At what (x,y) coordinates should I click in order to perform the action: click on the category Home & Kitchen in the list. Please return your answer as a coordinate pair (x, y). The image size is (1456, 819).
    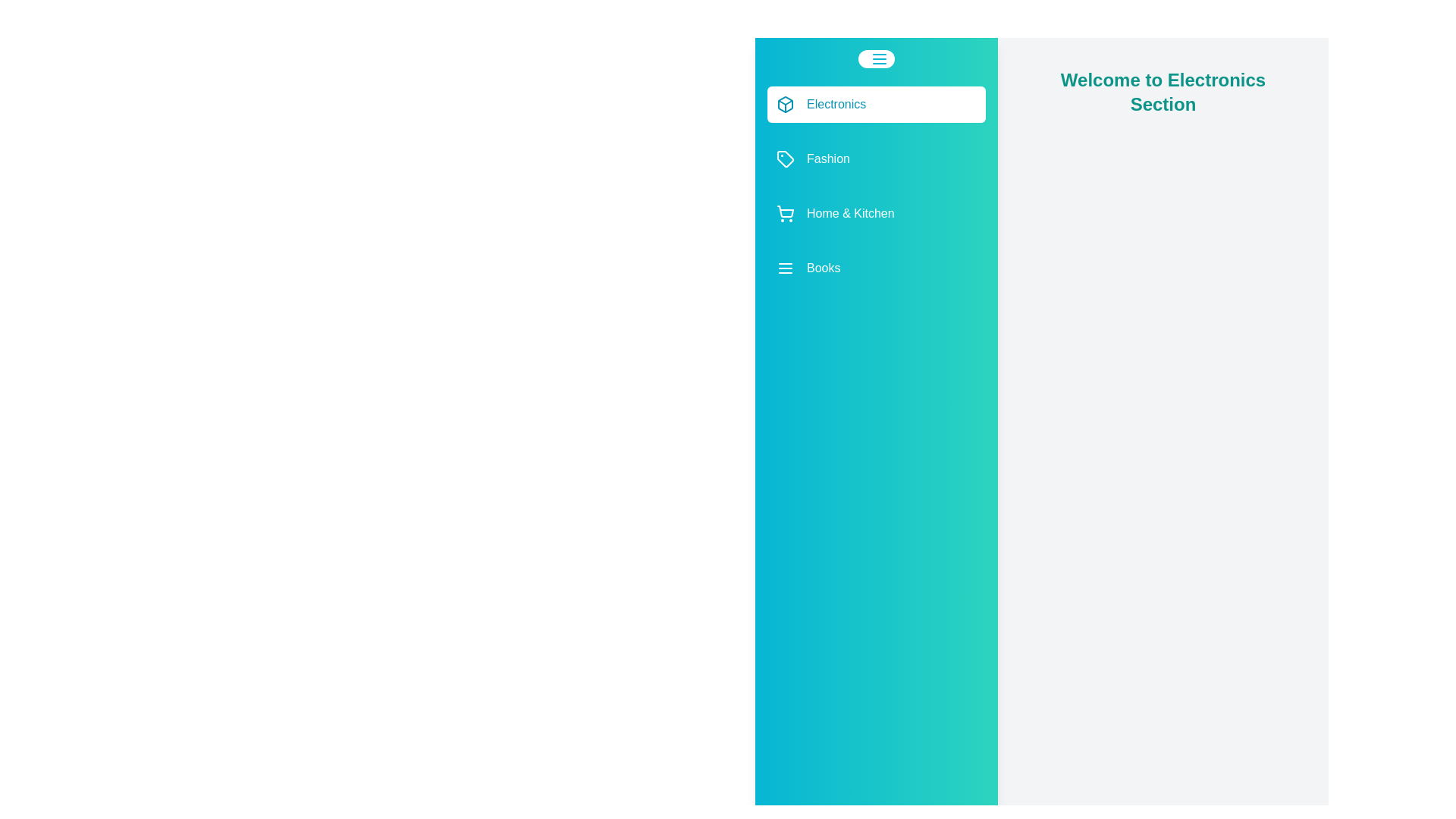
    Looking at the image, I should click on (877, 213).